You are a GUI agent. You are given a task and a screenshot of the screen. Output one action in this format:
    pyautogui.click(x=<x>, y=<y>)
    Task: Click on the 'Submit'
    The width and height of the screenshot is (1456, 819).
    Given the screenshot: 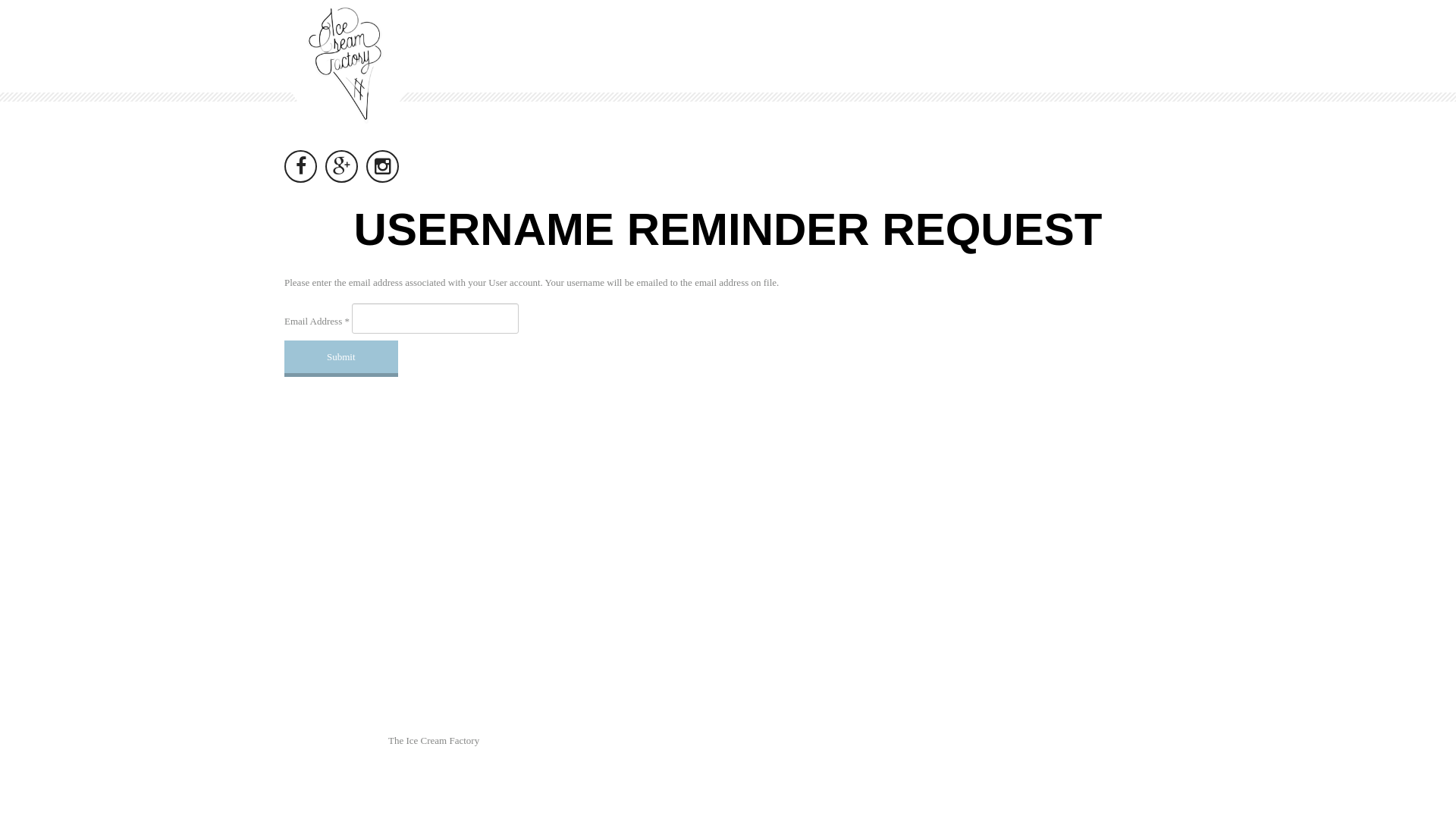 What is the action you would take?
    pyautogui.click(x=340, y=359)
    